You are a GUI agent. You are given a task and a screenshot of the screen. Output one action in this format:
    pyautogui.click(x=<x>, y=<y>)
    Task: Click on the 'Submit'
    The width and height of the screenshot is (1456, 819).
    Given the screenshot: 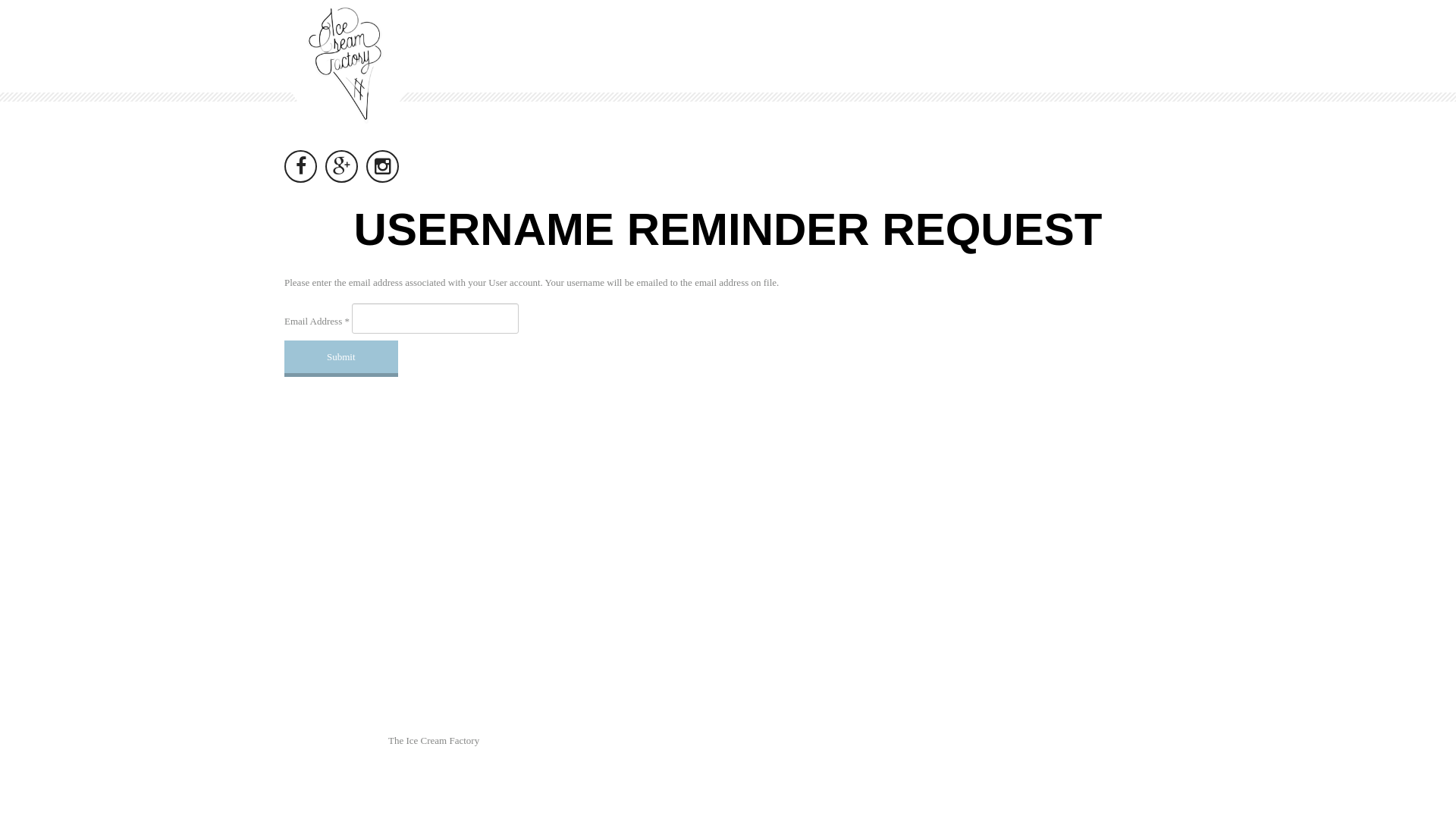 What is the action you would take?
    pyautogui.click(x=340, y=359)
    